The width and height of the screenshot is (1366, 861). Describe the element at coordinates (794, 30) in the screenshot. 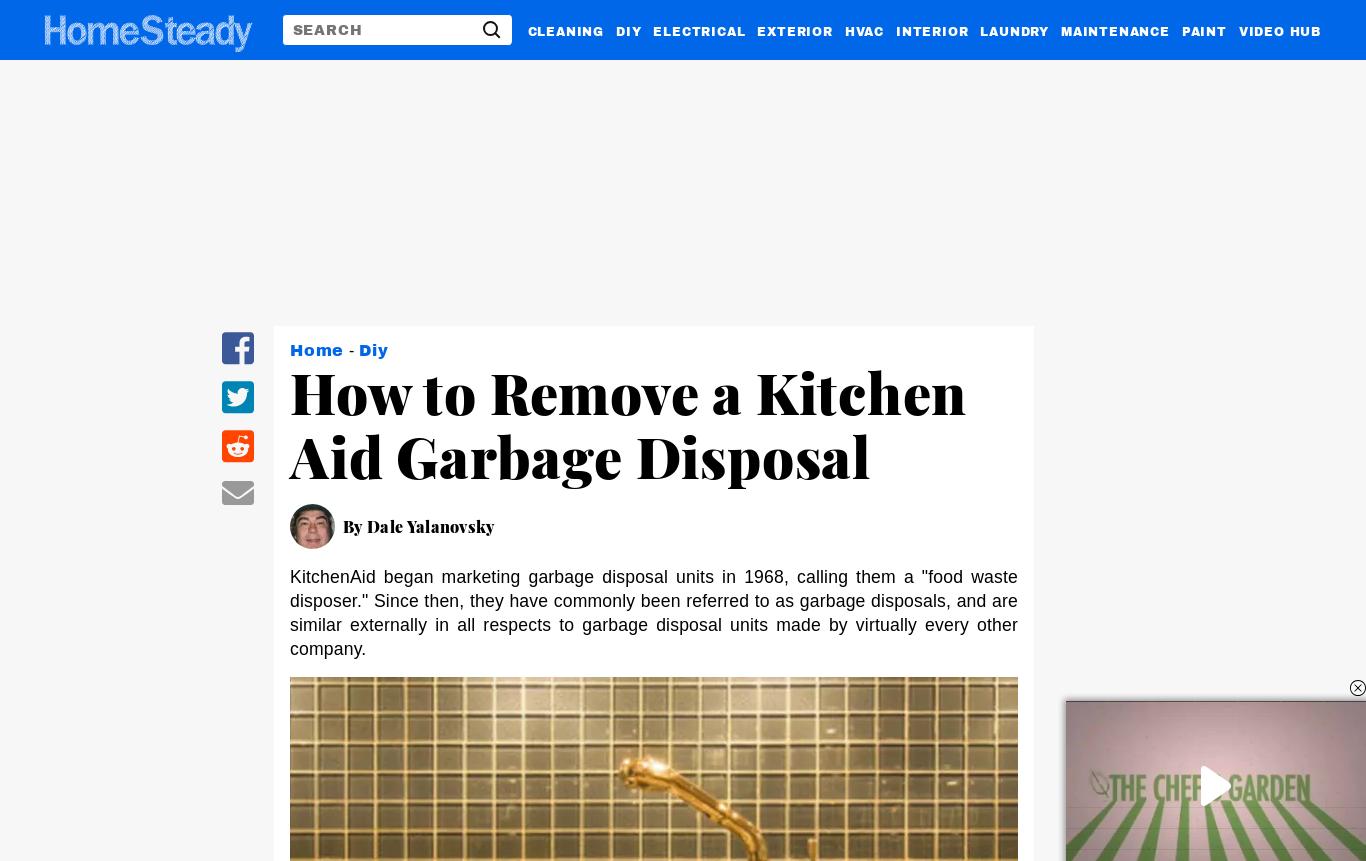

I see `'EXTERIOR'` at that location.